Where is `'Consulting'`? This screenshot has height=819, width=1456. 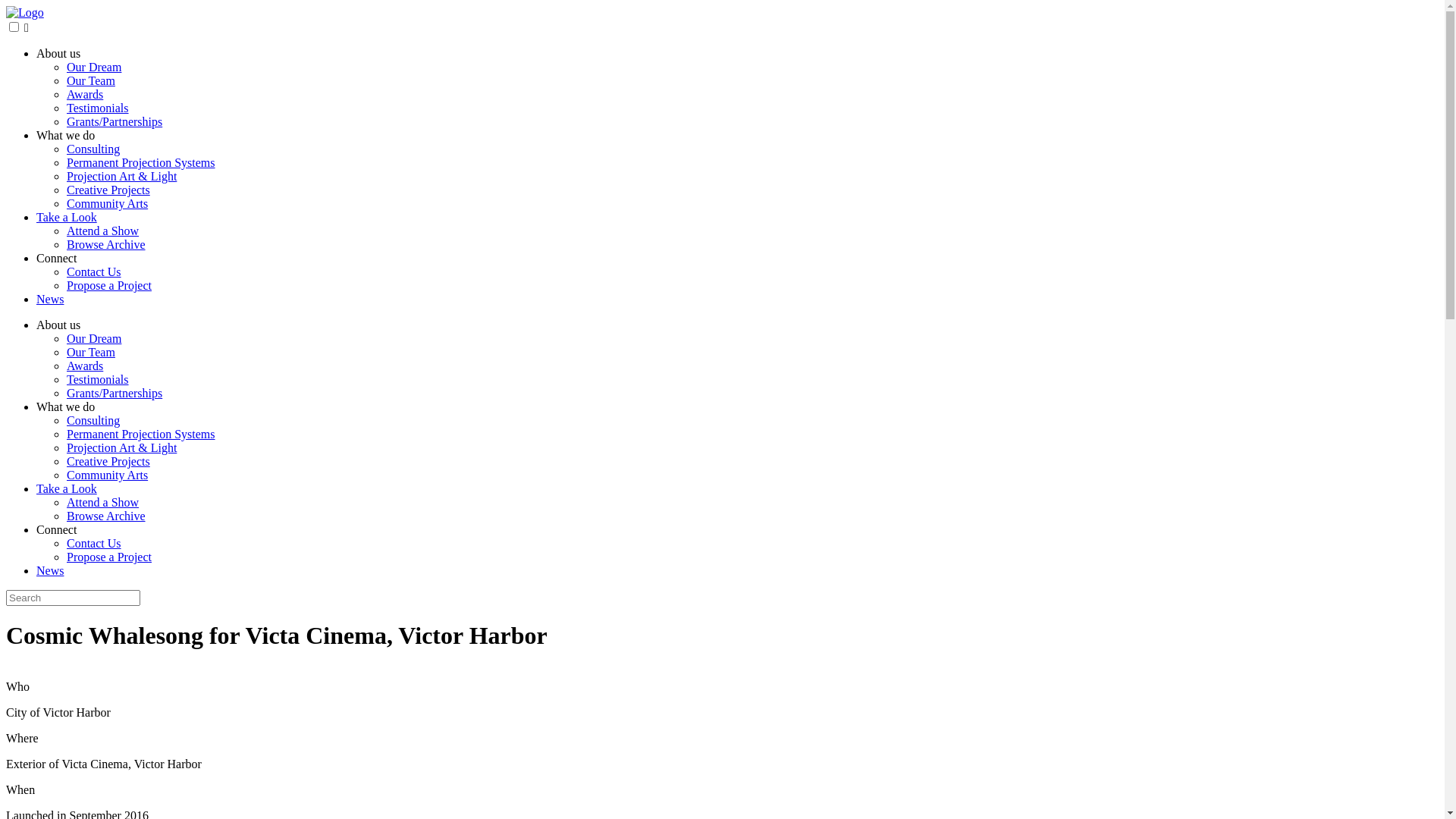
'Consulting' is located at coordinates (93, 420).